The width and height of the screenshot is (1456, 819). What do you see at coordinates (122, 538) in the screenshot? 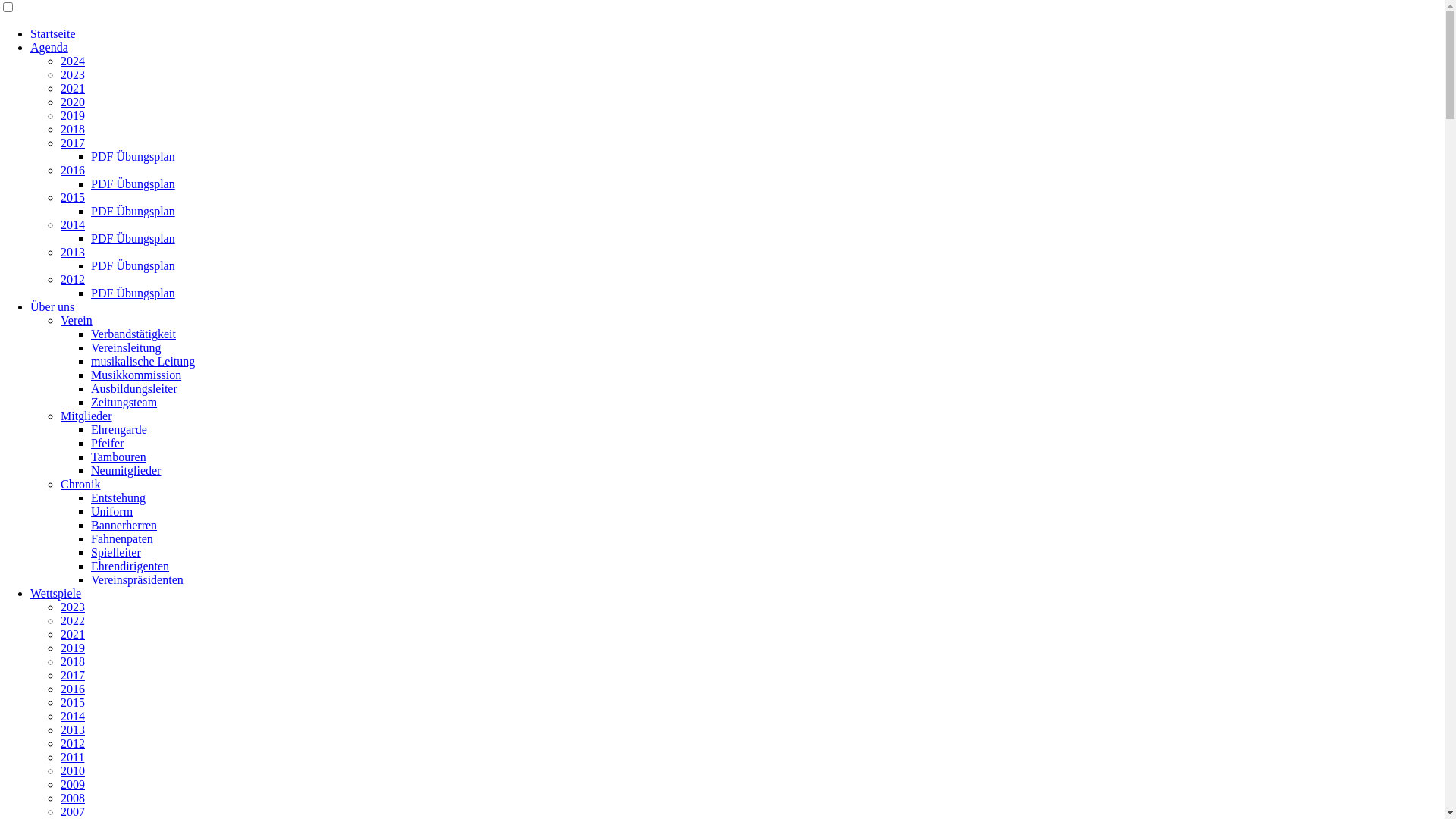
I see `'Fahnenpaten'` at bounding box center [122, 538].